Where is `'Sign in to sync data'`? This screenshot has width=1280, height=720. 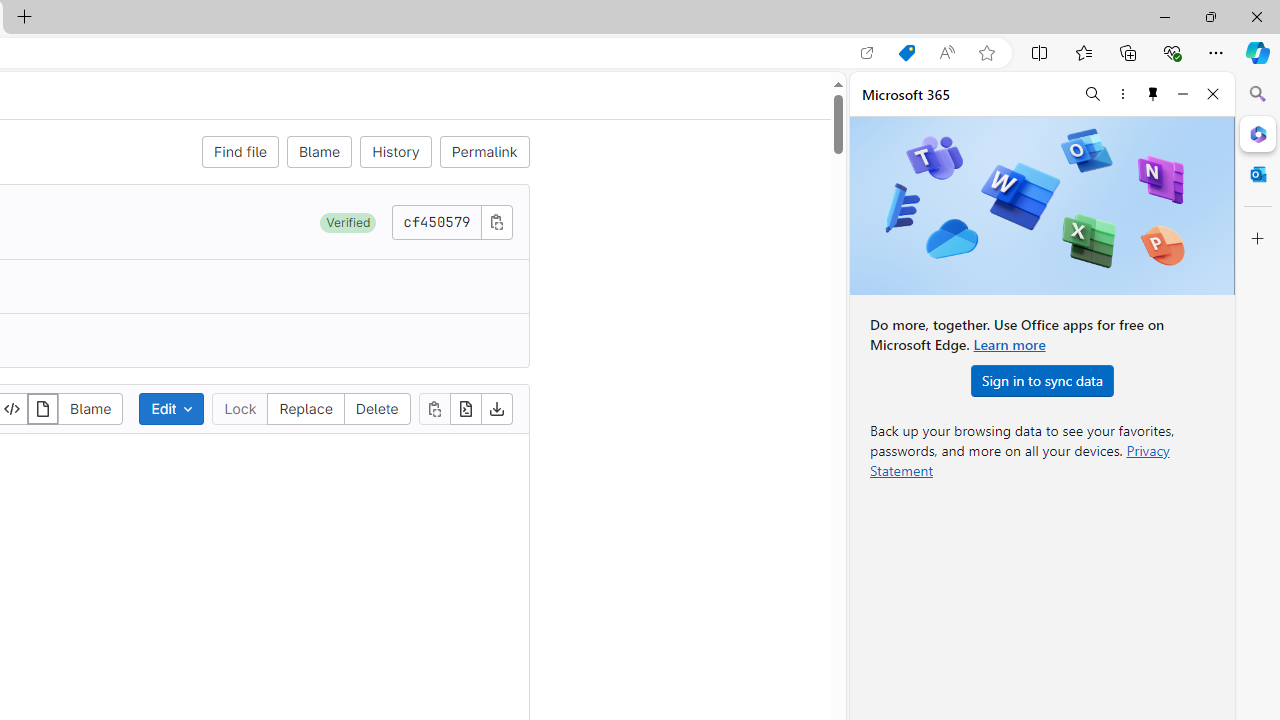 'Sign in to sync data' is located at coordinates (1041, 380).